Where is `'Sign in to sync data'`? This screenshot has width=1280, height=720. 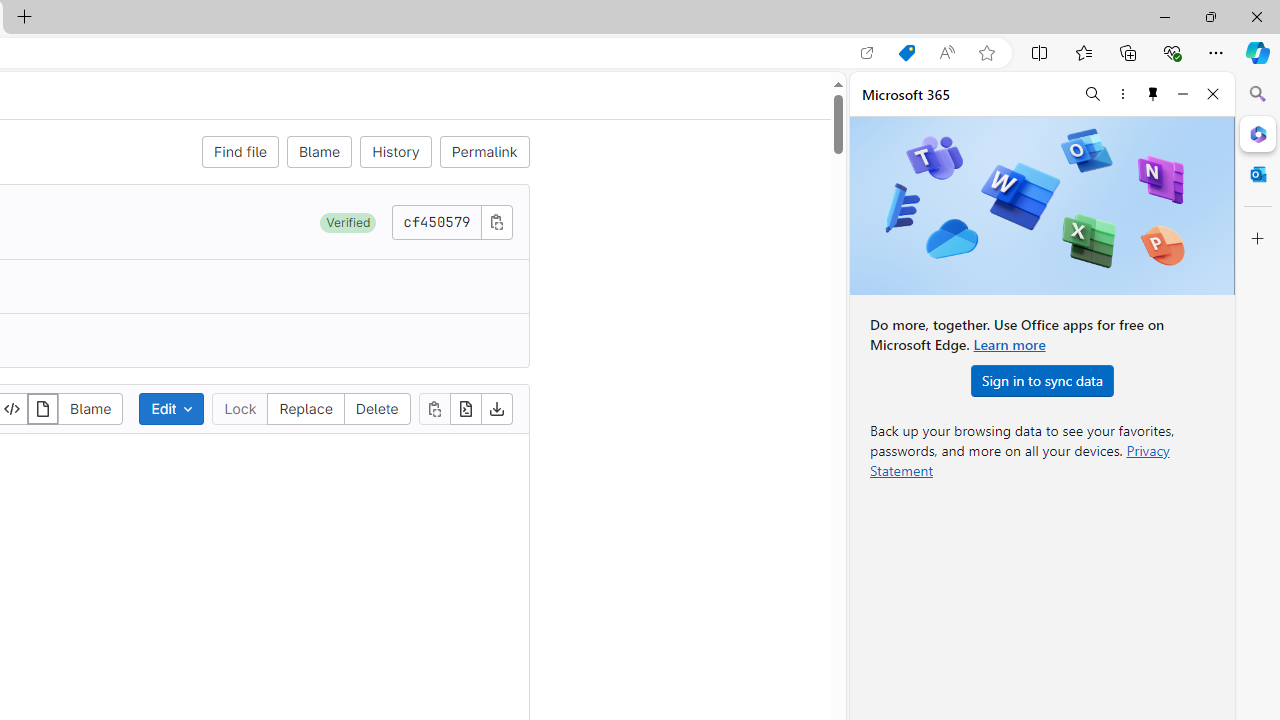 'Sign in to sync data' is located at coordinates (1041, 380).